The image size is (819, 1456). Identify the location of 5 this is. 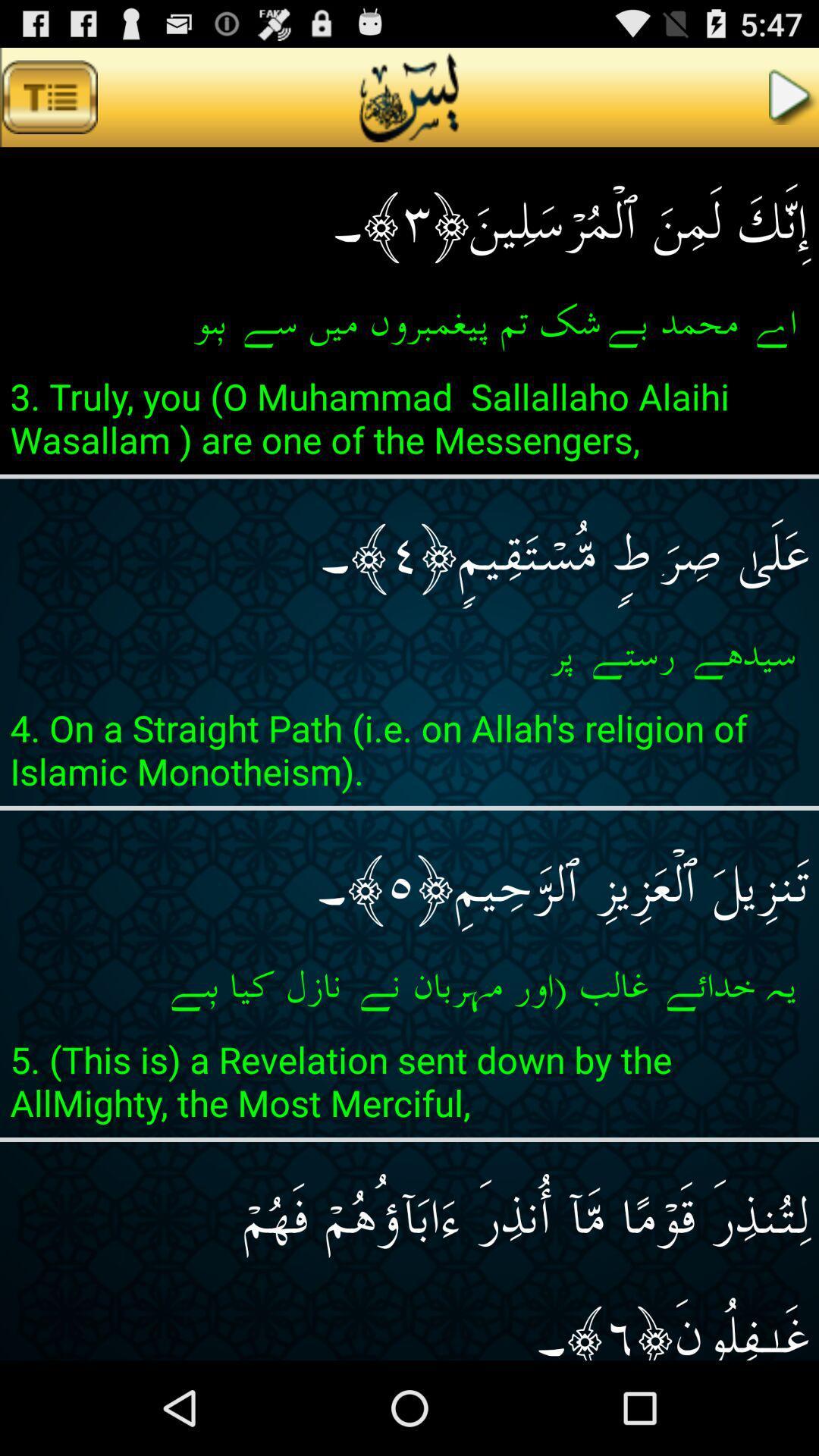
(409, 1085).